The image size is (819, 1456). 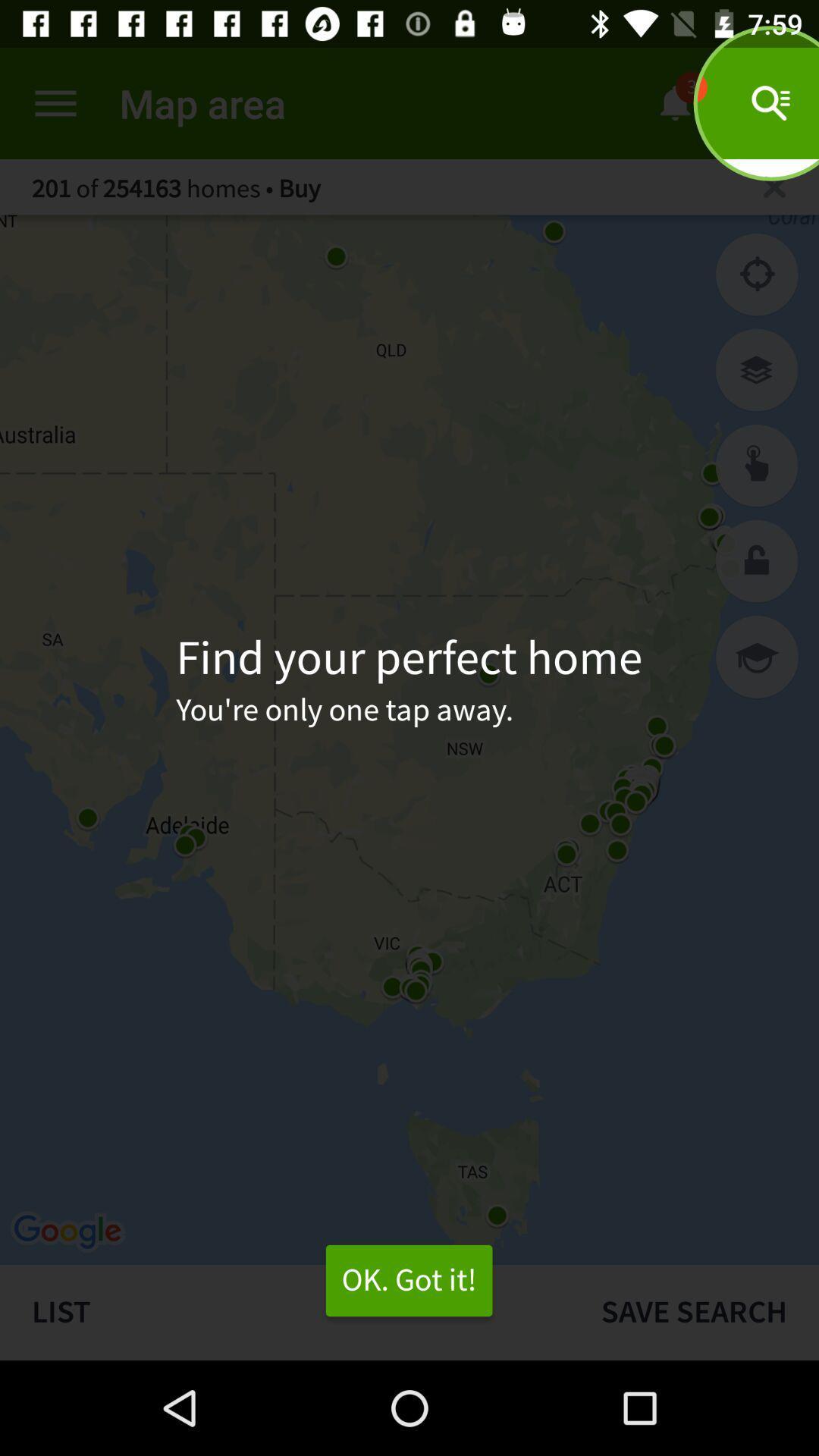 I want to click on the app to the left of the map area item, so click(x=55, y=102).